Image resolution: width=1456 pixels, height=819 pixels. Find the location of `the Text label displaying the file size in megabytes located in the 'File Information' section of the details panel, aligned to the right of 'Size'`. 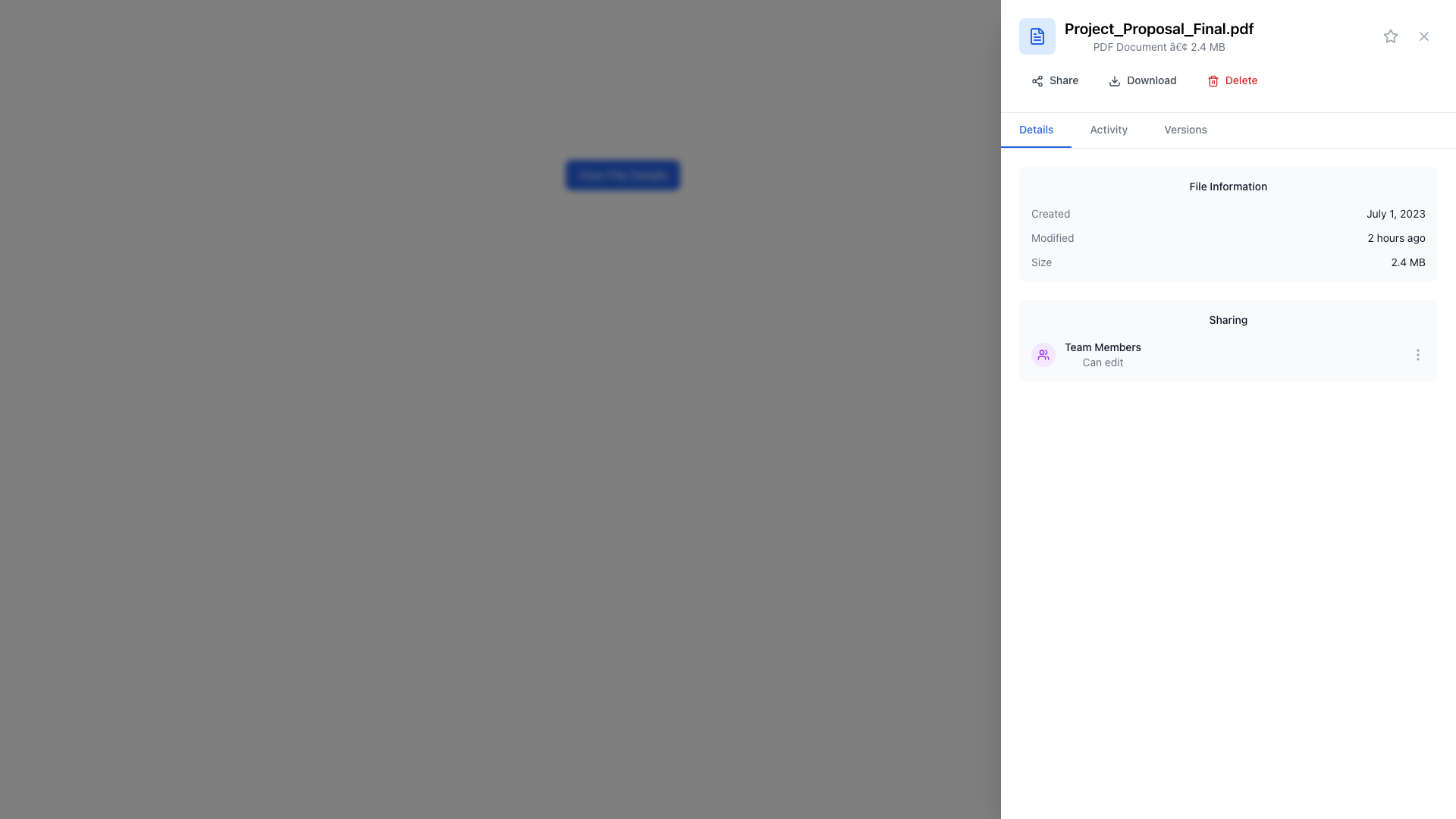

the Text label displaying the file size in megabytes located in the 'File Information' section of the details panel, aligned to the right of 'Size' is located at coordinates (1407, 262).